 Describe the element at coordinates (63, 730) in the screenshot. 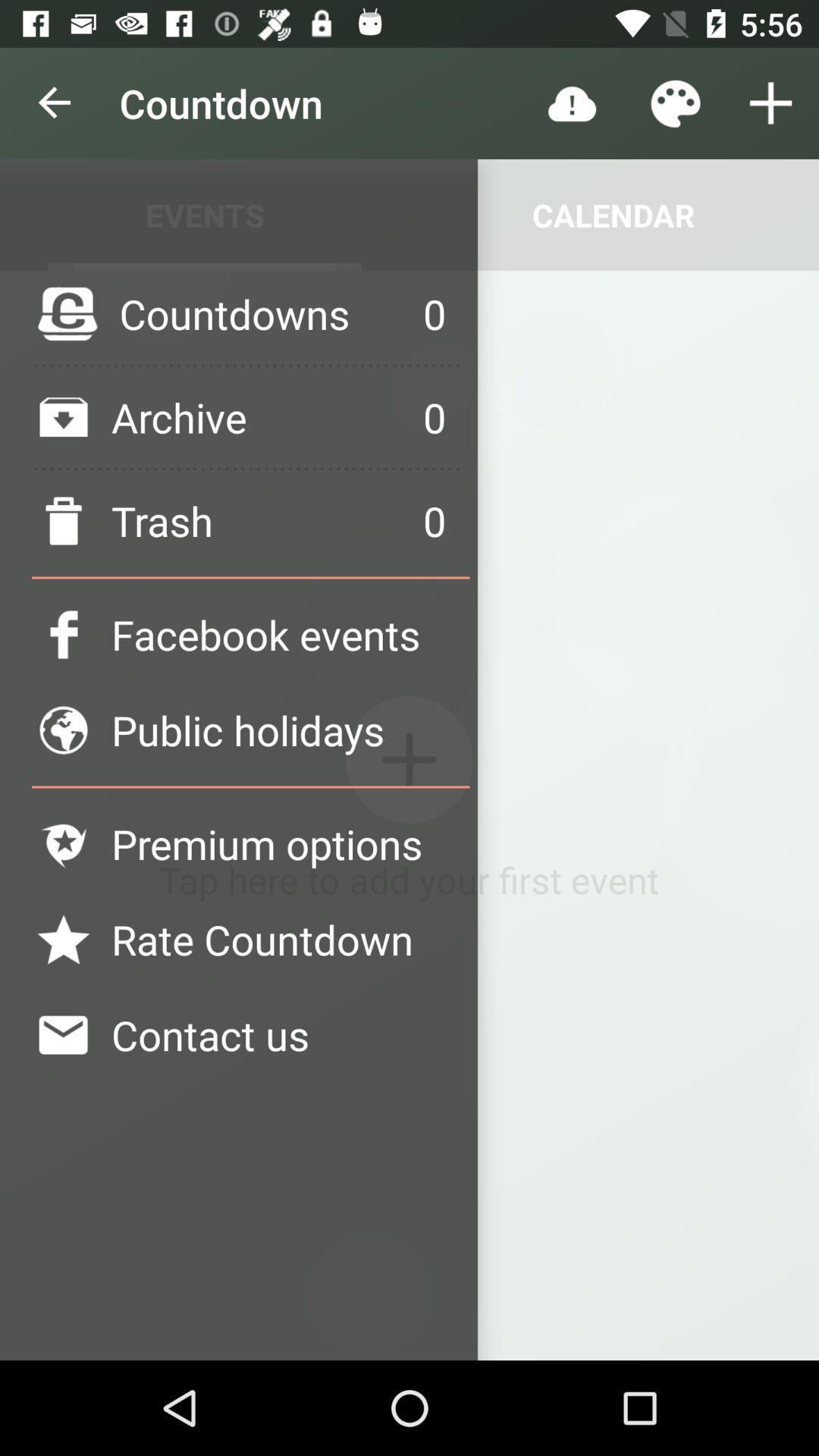

I see `the logo left side of public holidays` at that location.